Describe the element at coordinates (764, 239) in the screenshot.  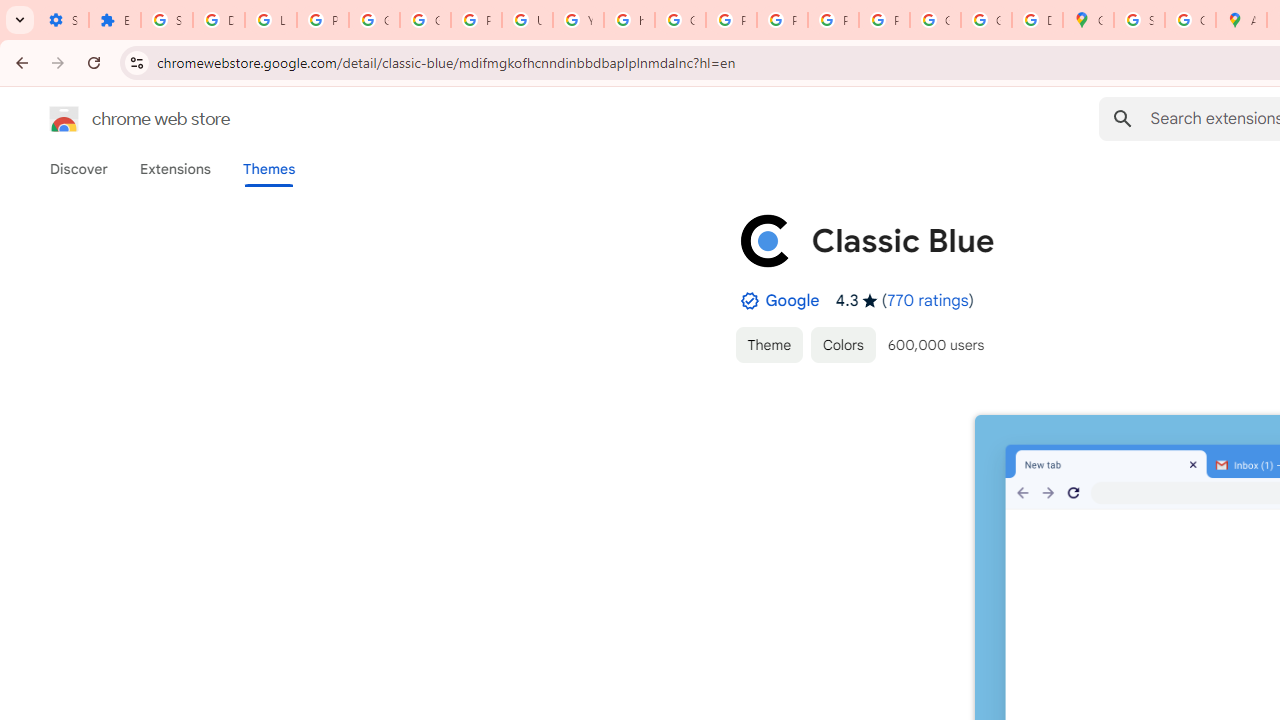
I see `'Item logo image for Classic Blue'` at that location.